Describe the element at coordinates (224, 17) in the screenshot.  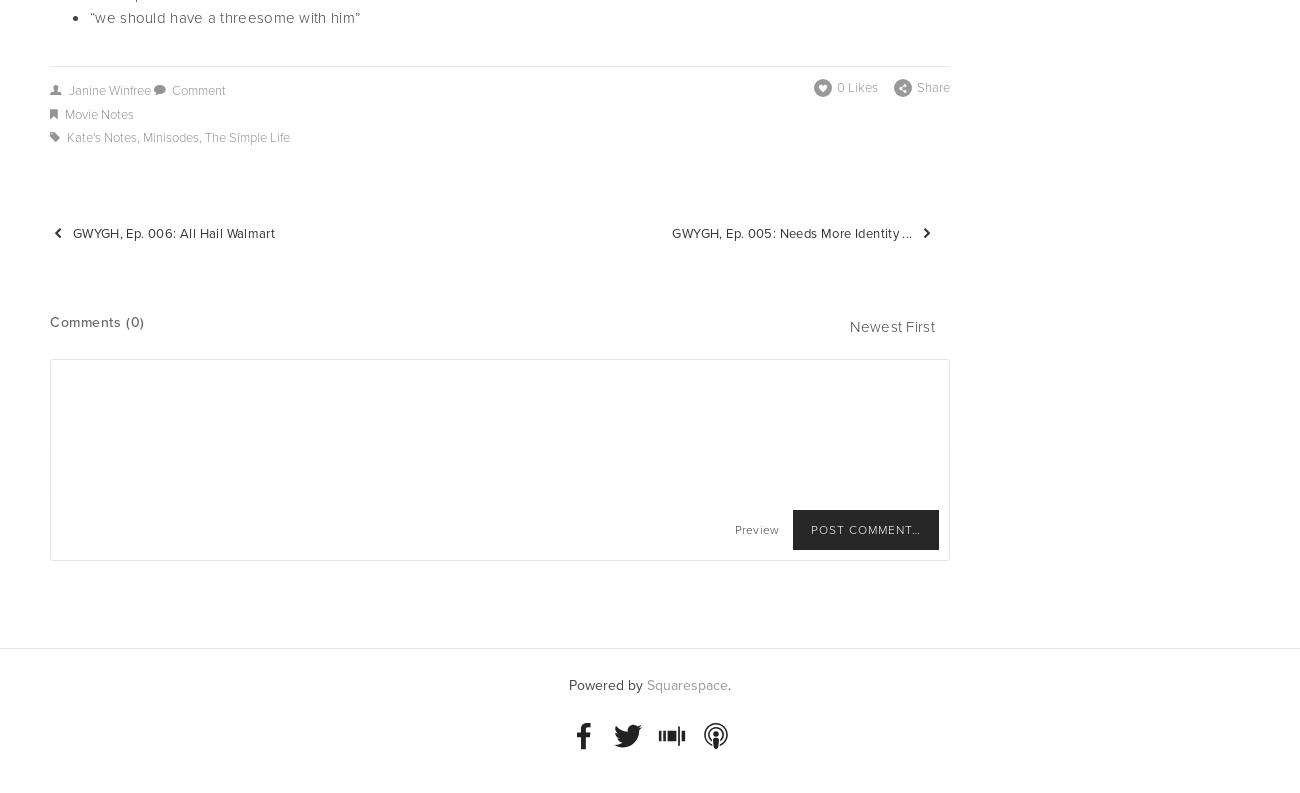
I see `'“we should have a threesome with him”'` at that location.